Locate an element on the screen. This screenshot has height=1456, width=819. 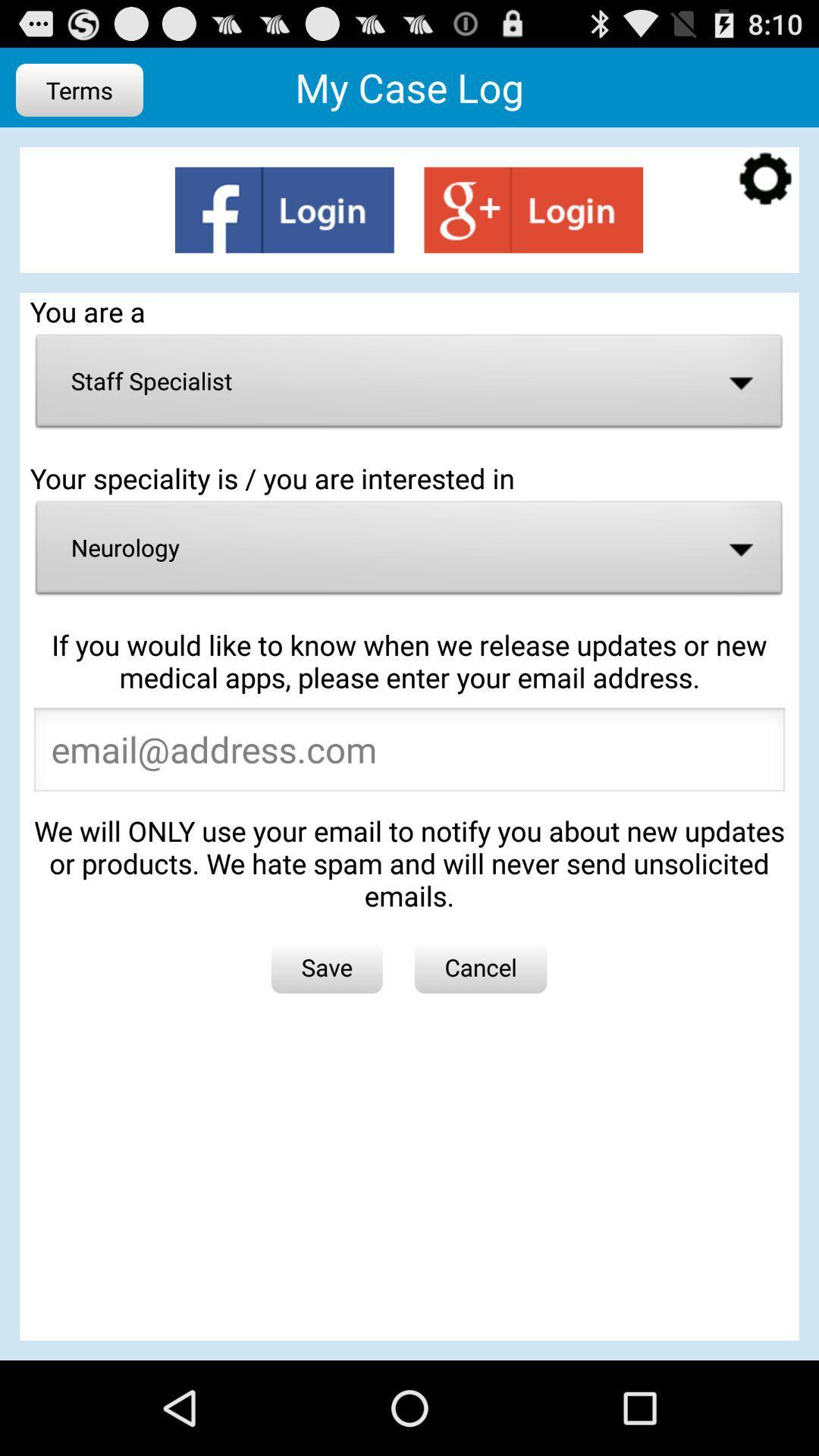
facebook login is located at coordinates (284, 209).